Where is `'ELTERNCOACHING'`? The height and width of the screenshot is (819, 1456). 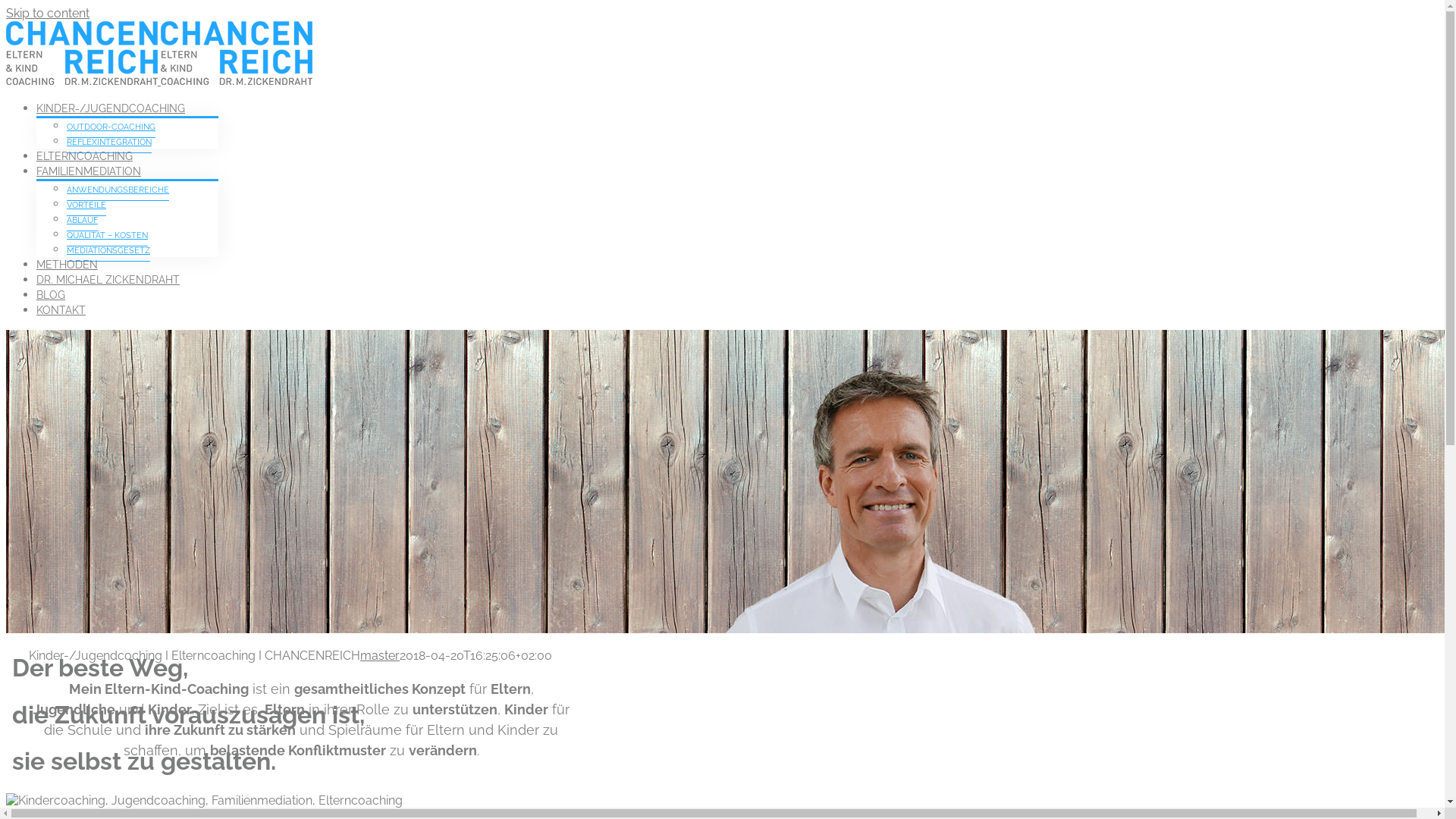
'ELTERNCOACHING' is located at coordinates (83, 155).